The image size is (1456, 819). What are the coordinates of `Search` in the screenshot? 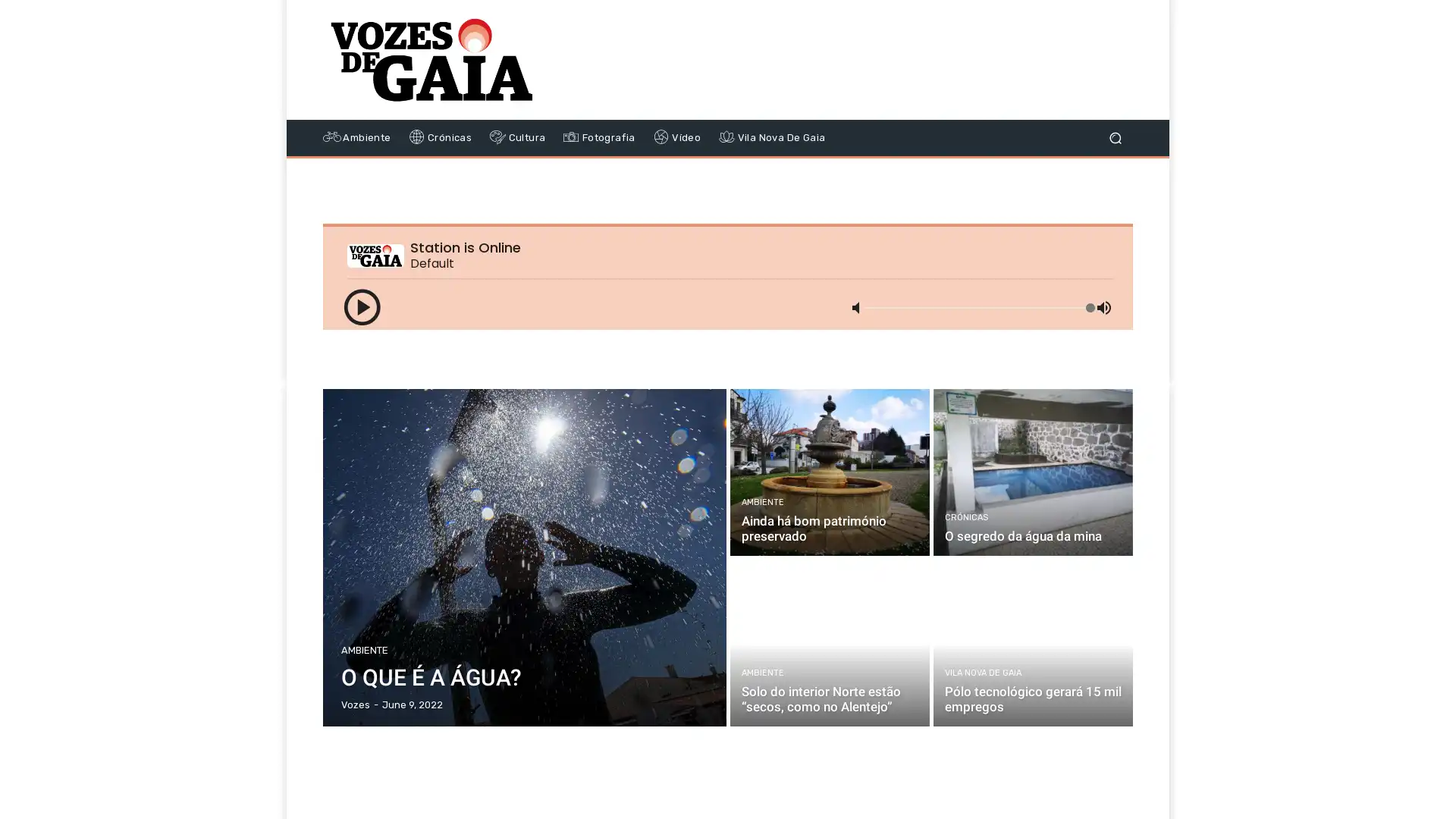 It's located at (1115, 137).